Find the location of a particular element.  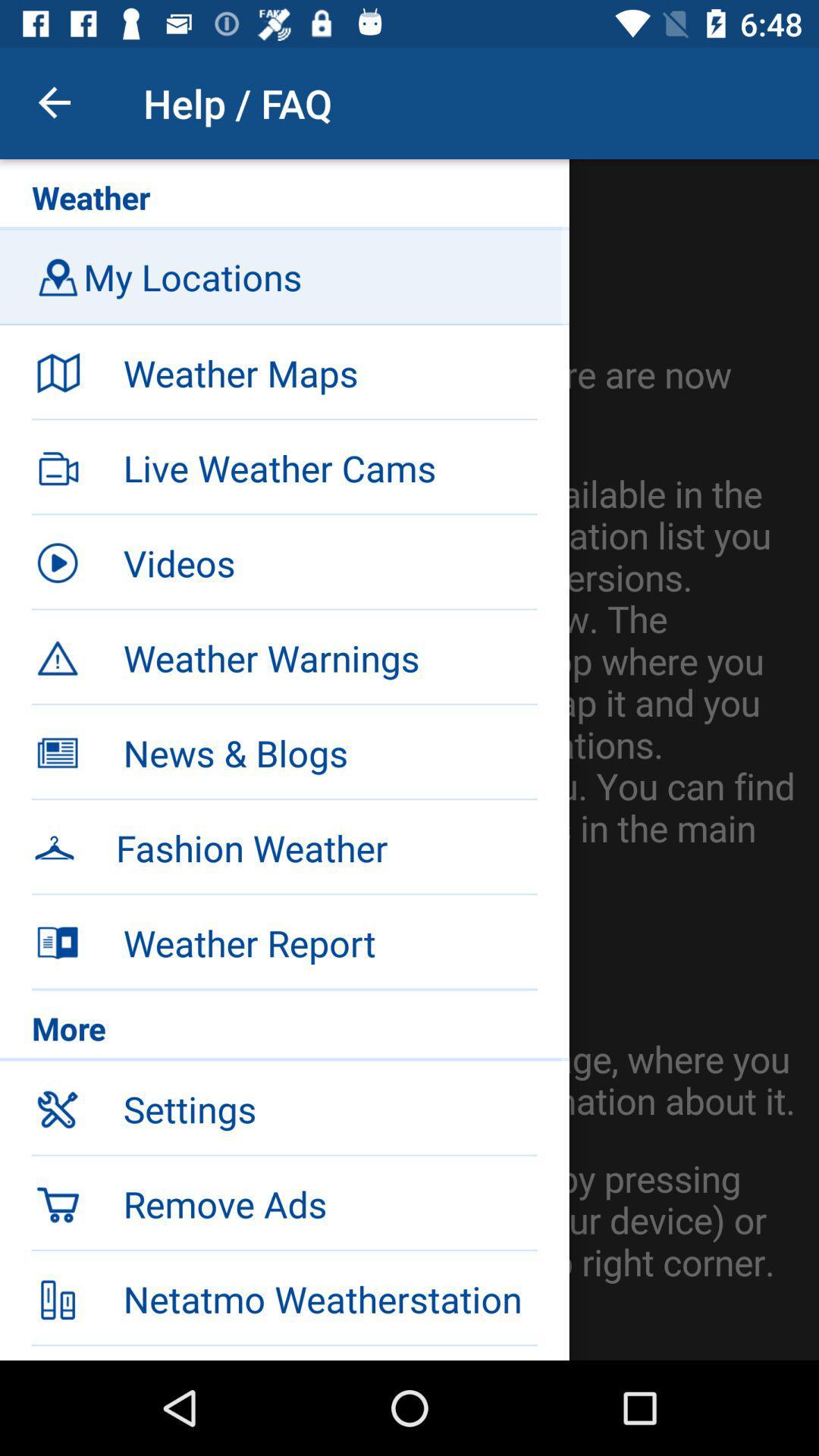

the icon next to the my locations icon is located at coordinates (57, 277).